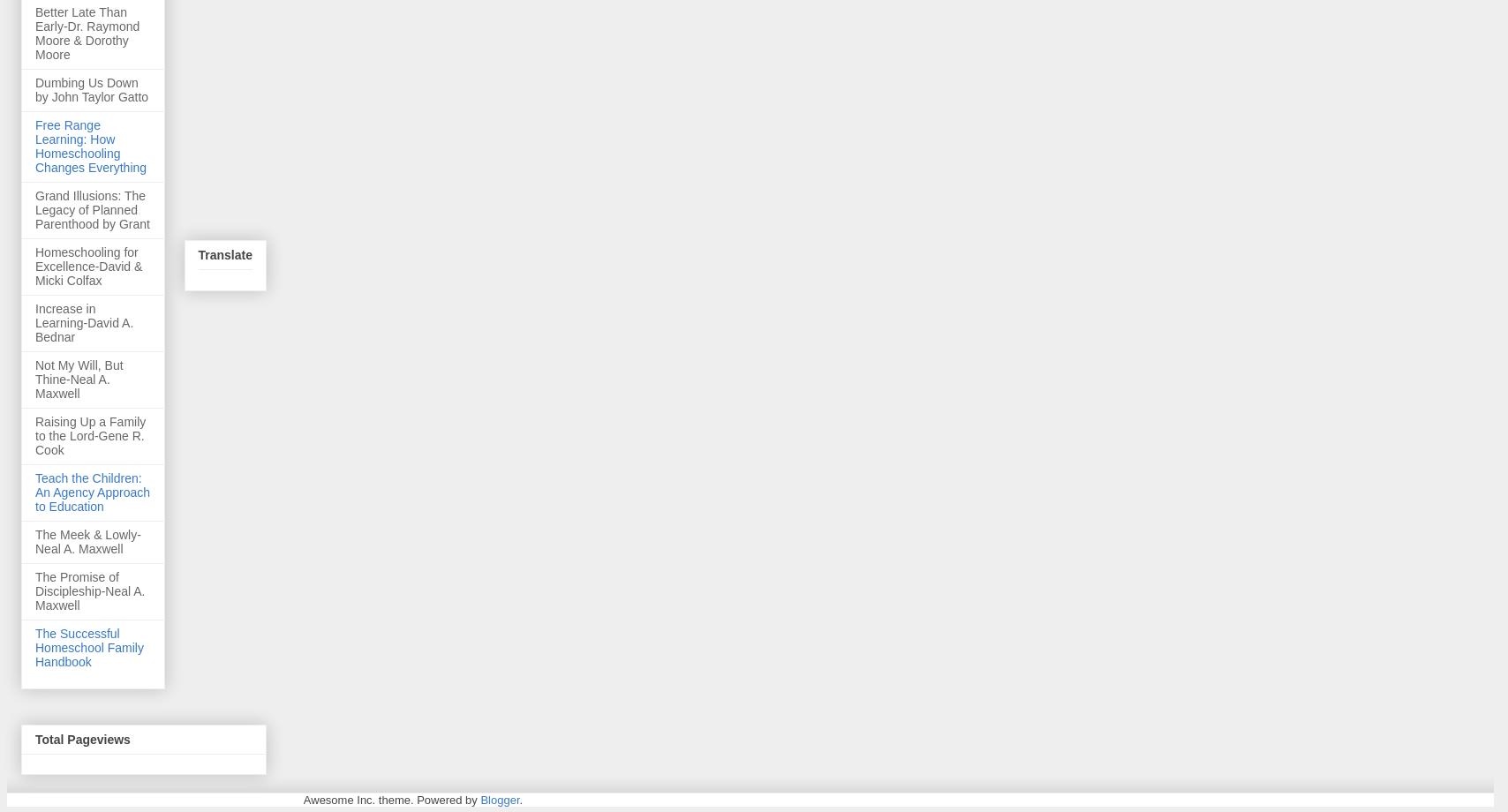  What do you see at coordinates (79, 377) in the screenshot?
I see `'Not My Will, But Thine-Neal A. Maxwell'` at bounding box center [79, 377].